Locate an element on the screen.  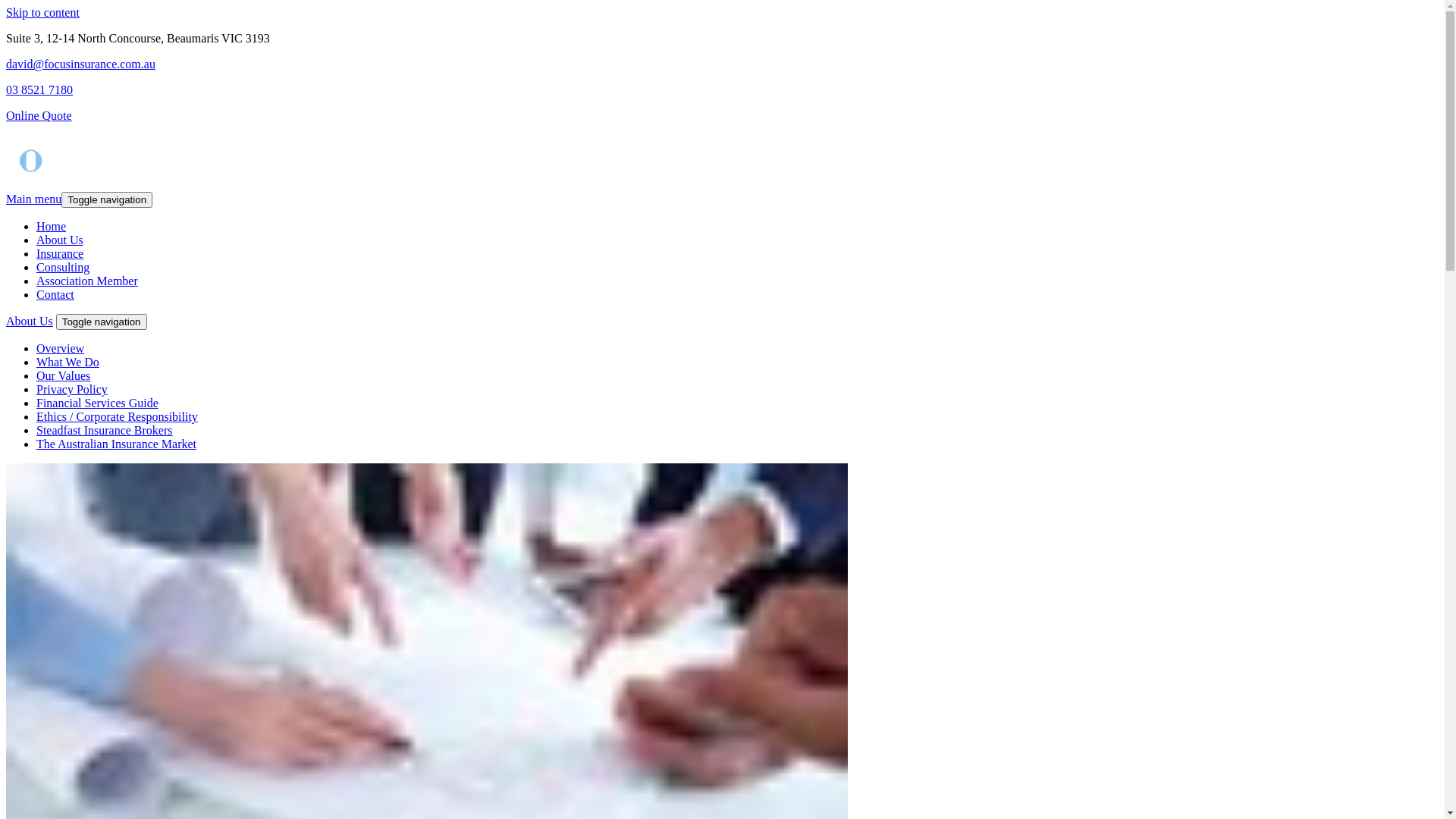
'Financial Services Guide' is located at coordinates (96, 402).